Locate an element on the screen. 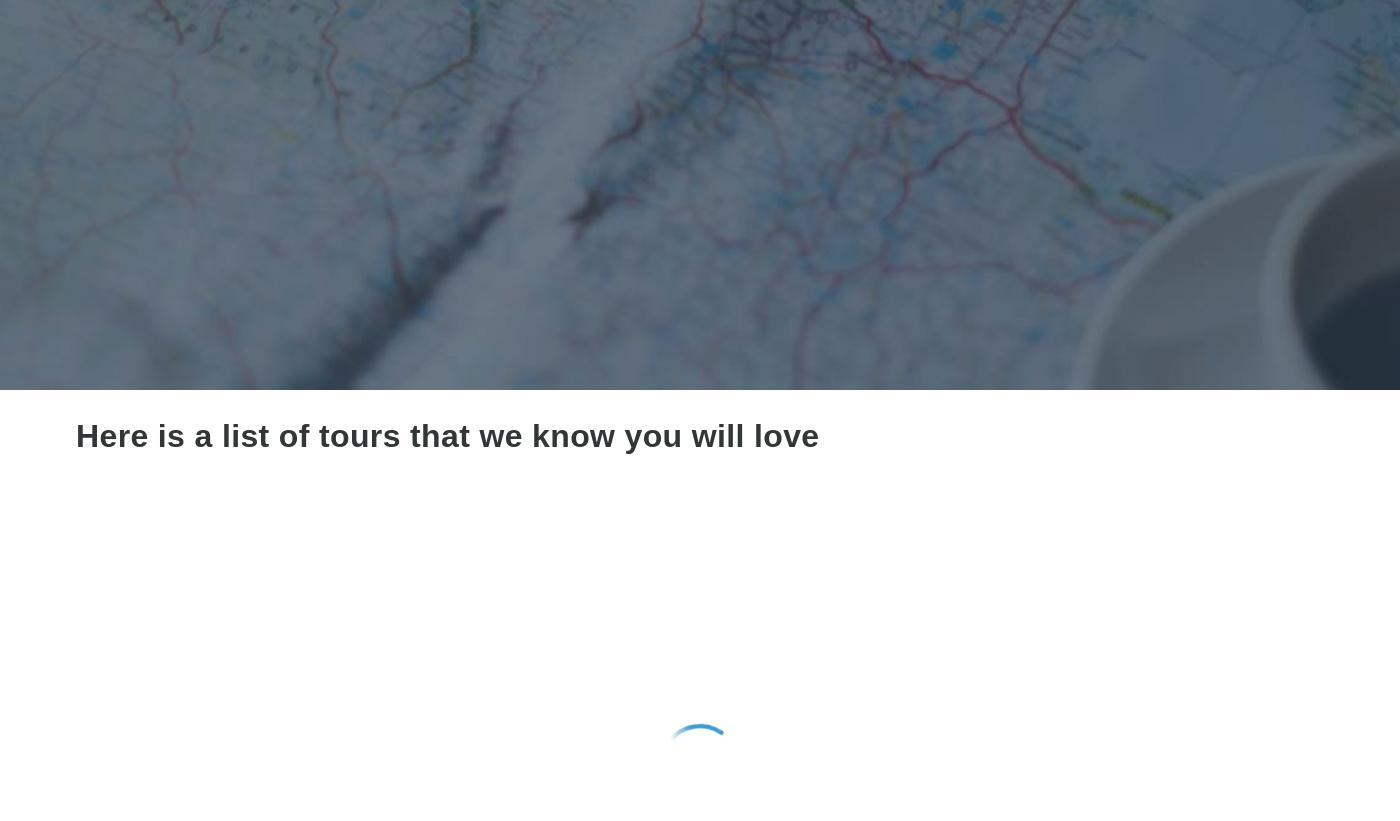 The height and width of the screenshot is (821, 1400). 'Europe Escape - 12 Days' is located at coordinates (76, 716).